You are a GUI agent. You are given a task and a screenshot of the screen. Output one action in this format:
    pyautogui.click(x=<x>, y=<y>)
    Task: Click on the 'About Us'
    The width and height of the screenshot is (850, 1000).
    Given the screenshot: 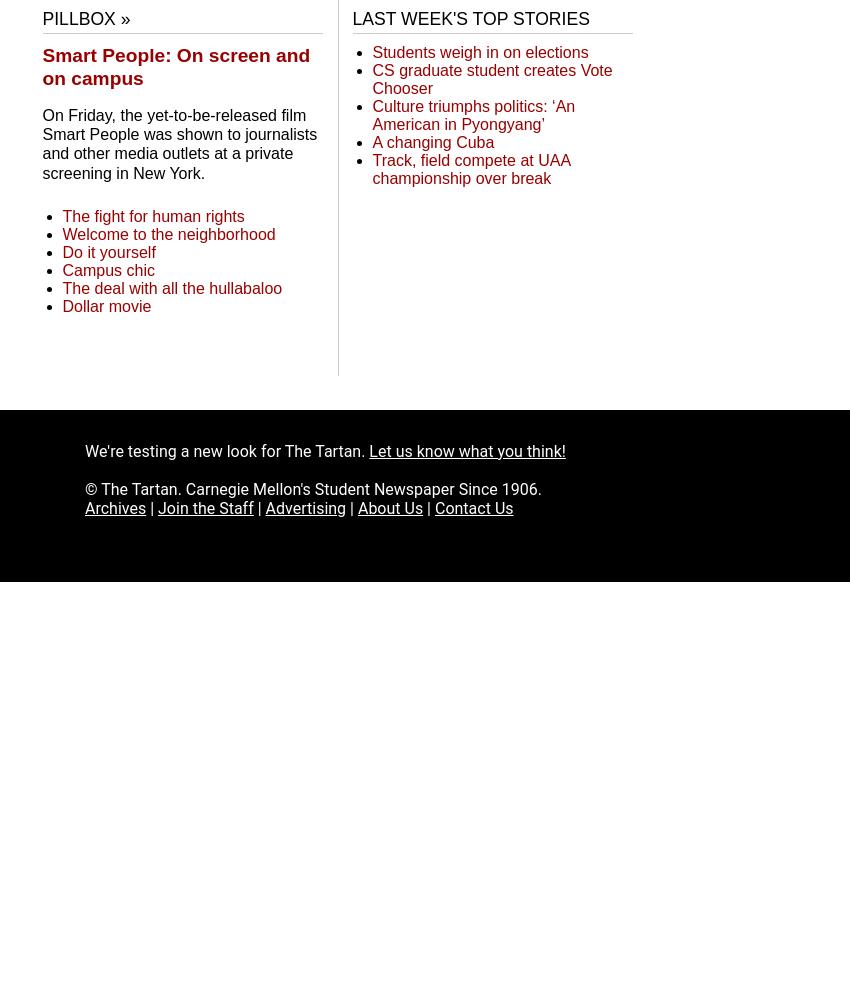 What is the action you would take?
    pyautogui.click(x=389, y=507)
    